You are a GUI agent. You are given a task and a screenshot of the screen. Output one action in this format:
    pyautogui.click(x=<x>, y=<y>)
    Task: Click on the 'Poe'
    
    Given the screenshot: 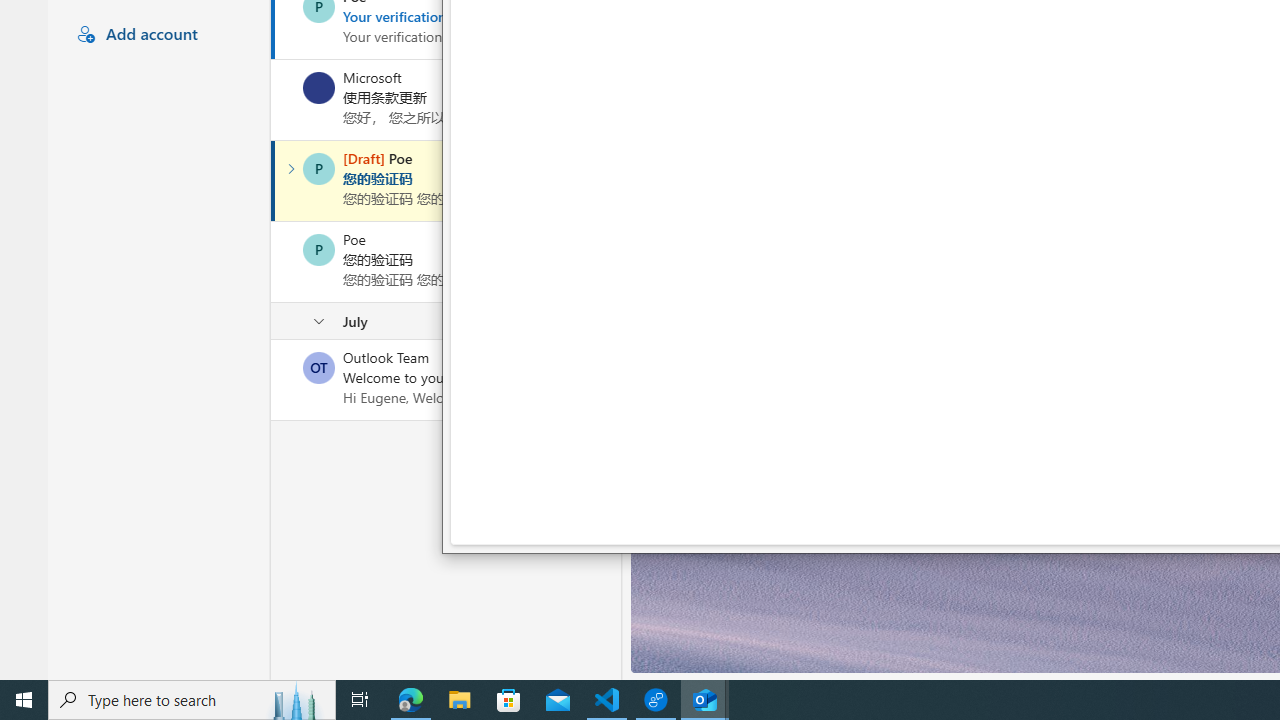 What is the action you would take?
    pyautogui.click(x=318, y=248)
    